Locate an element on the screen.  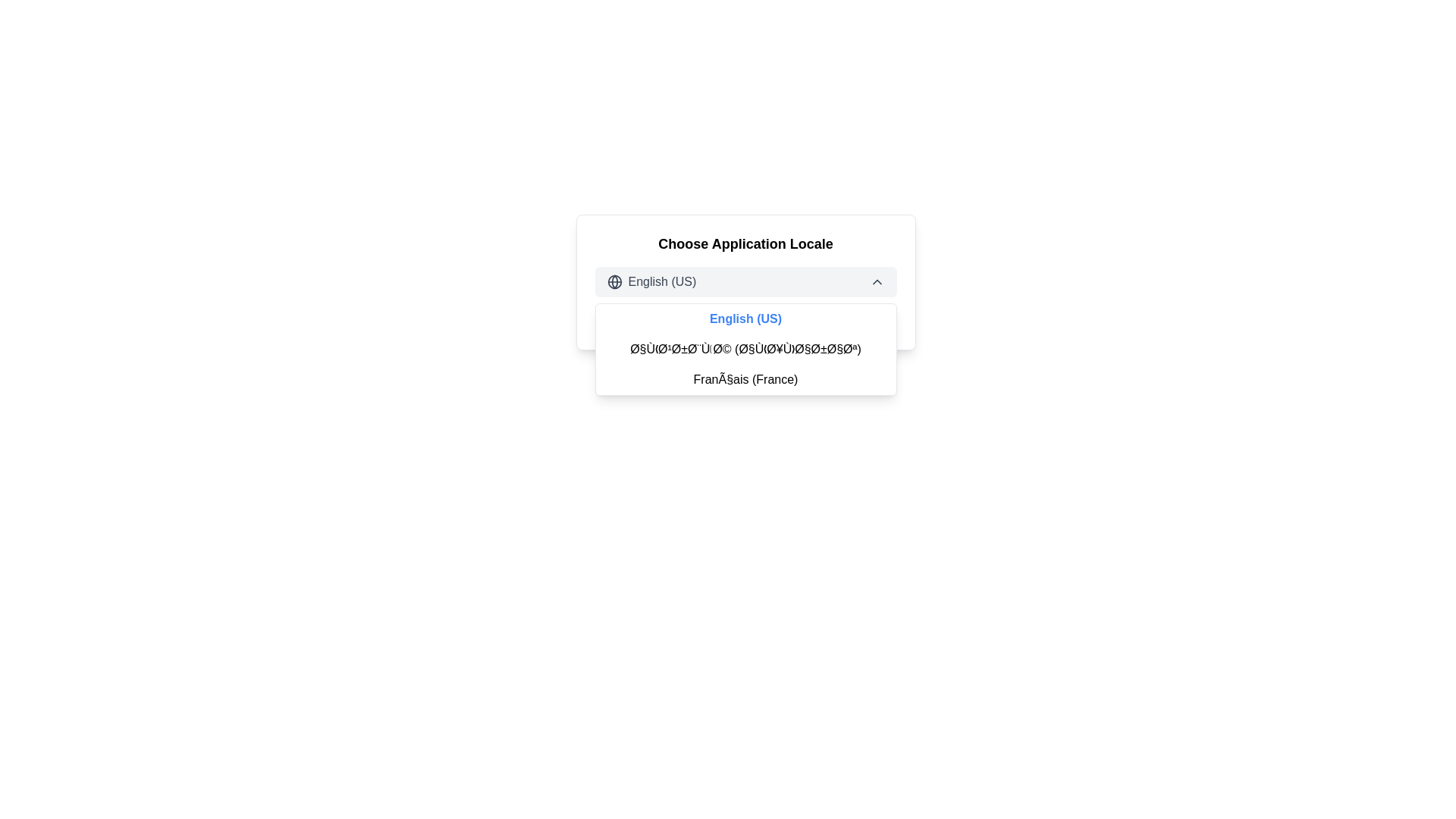
the Dropdown Menu Button to navigate options via keyboard, located centrally below the header 'Choose Application Locale' is located at coordinates (745, 281).